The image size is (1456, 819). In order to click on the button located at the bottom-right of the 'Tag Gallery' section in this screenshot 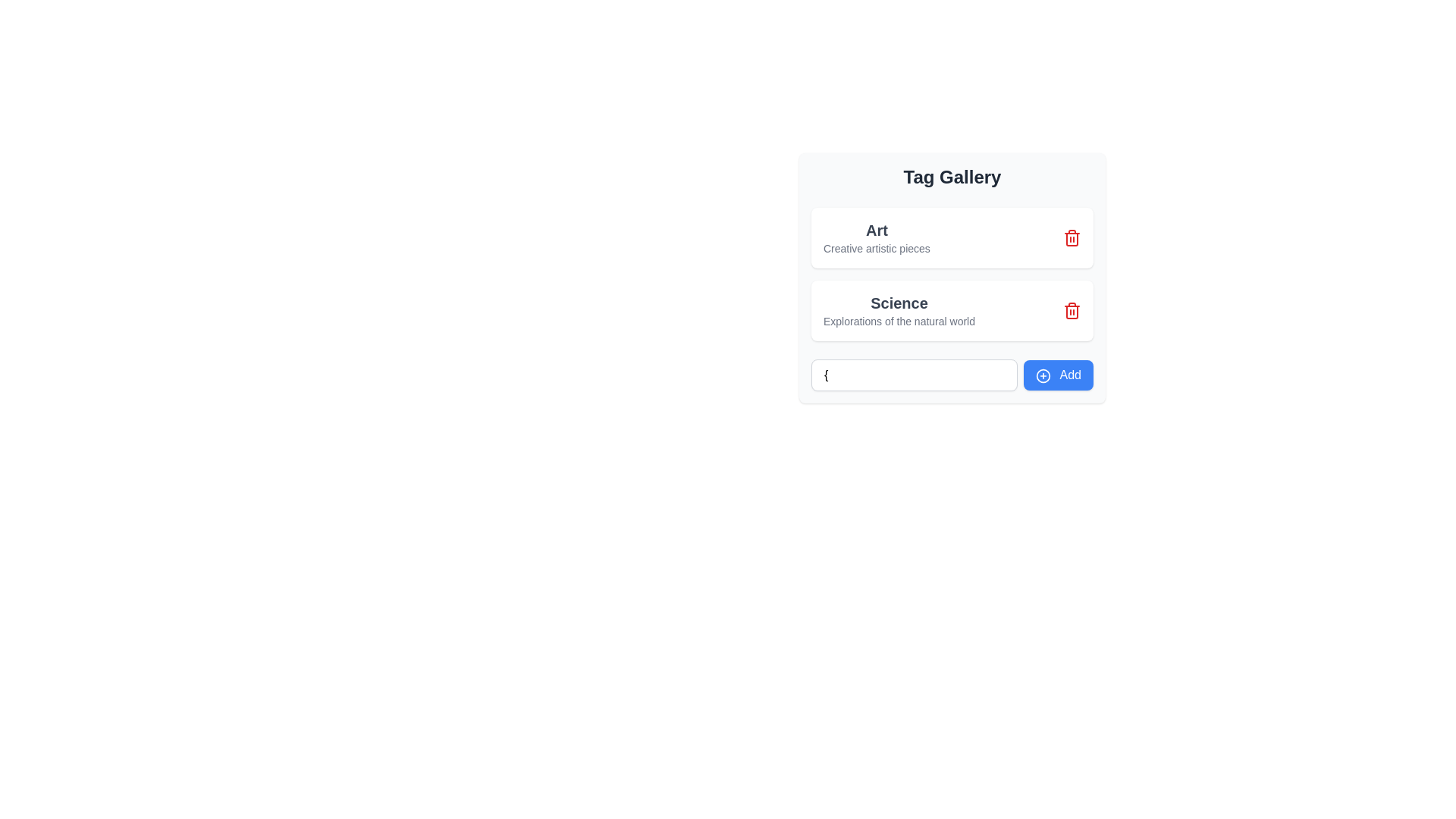, I will do `click(1058, 375)`.